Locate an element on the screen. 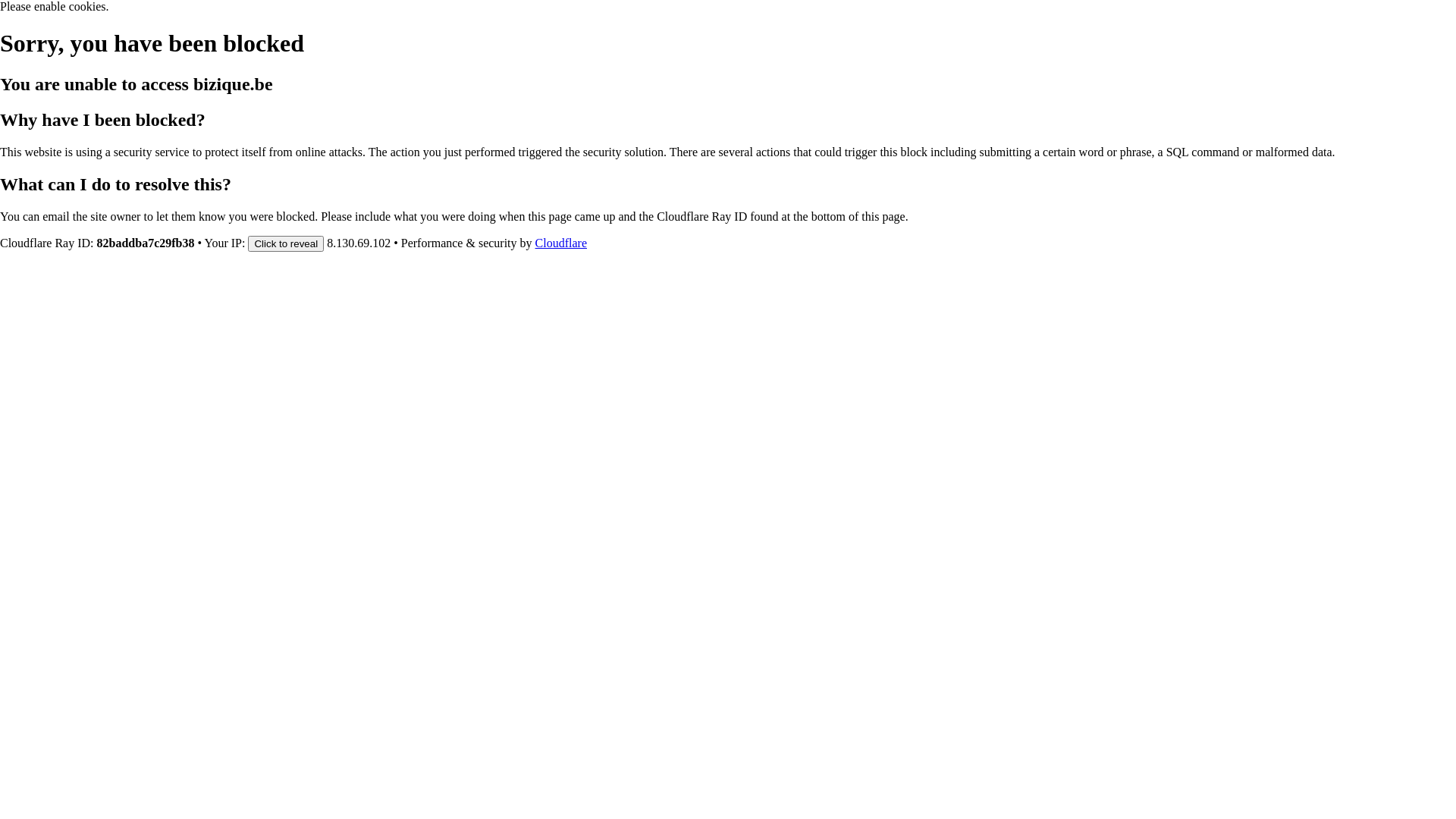 The height and width of the screenshot is (819, 1456). 'Cloudflare' is located at coordinates (560, 242).